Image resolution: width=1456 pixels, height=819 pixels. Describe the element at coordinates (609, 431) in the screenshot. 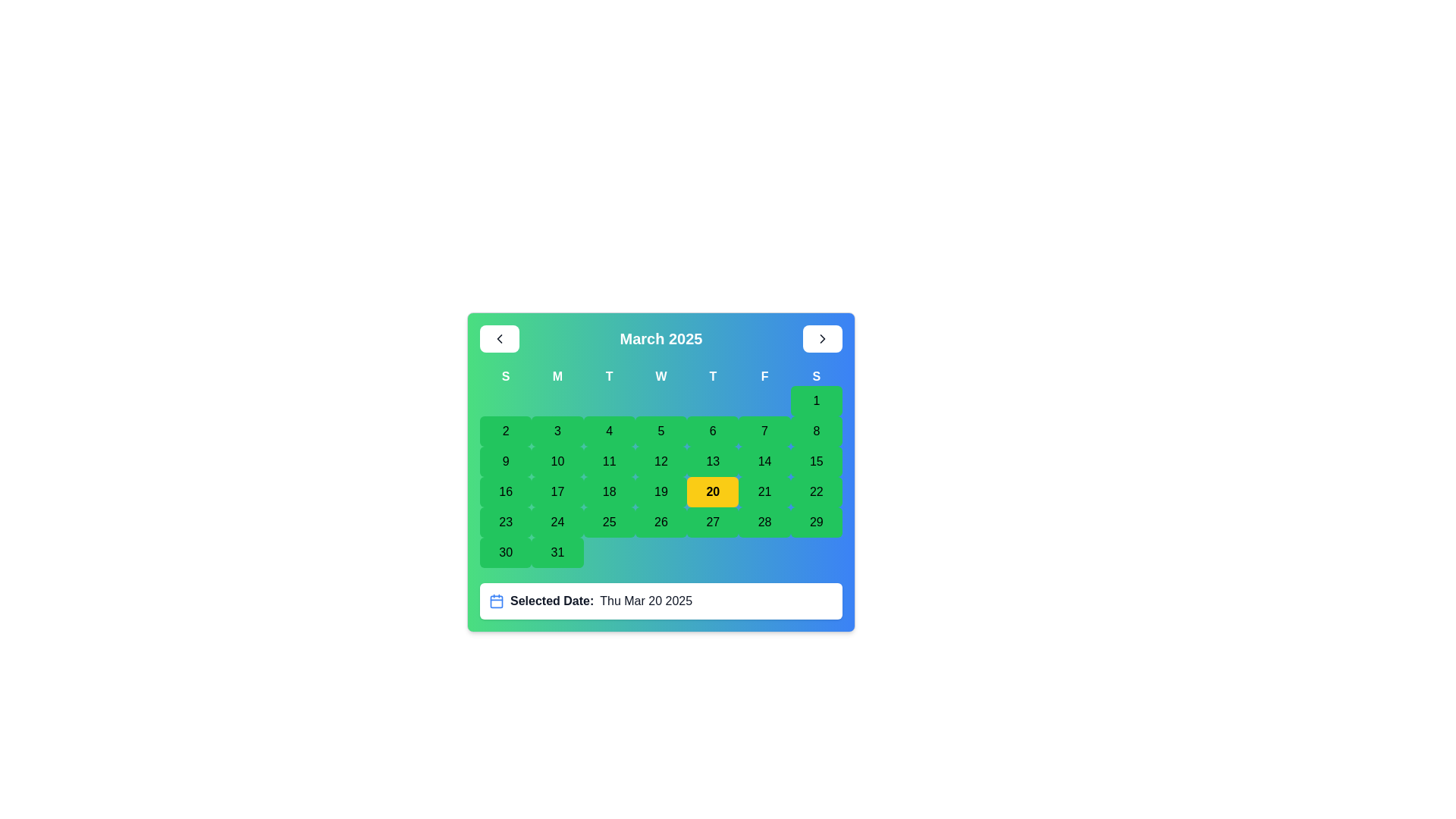

I see `the calendar day selector button for the '4th' of the month` at that location.